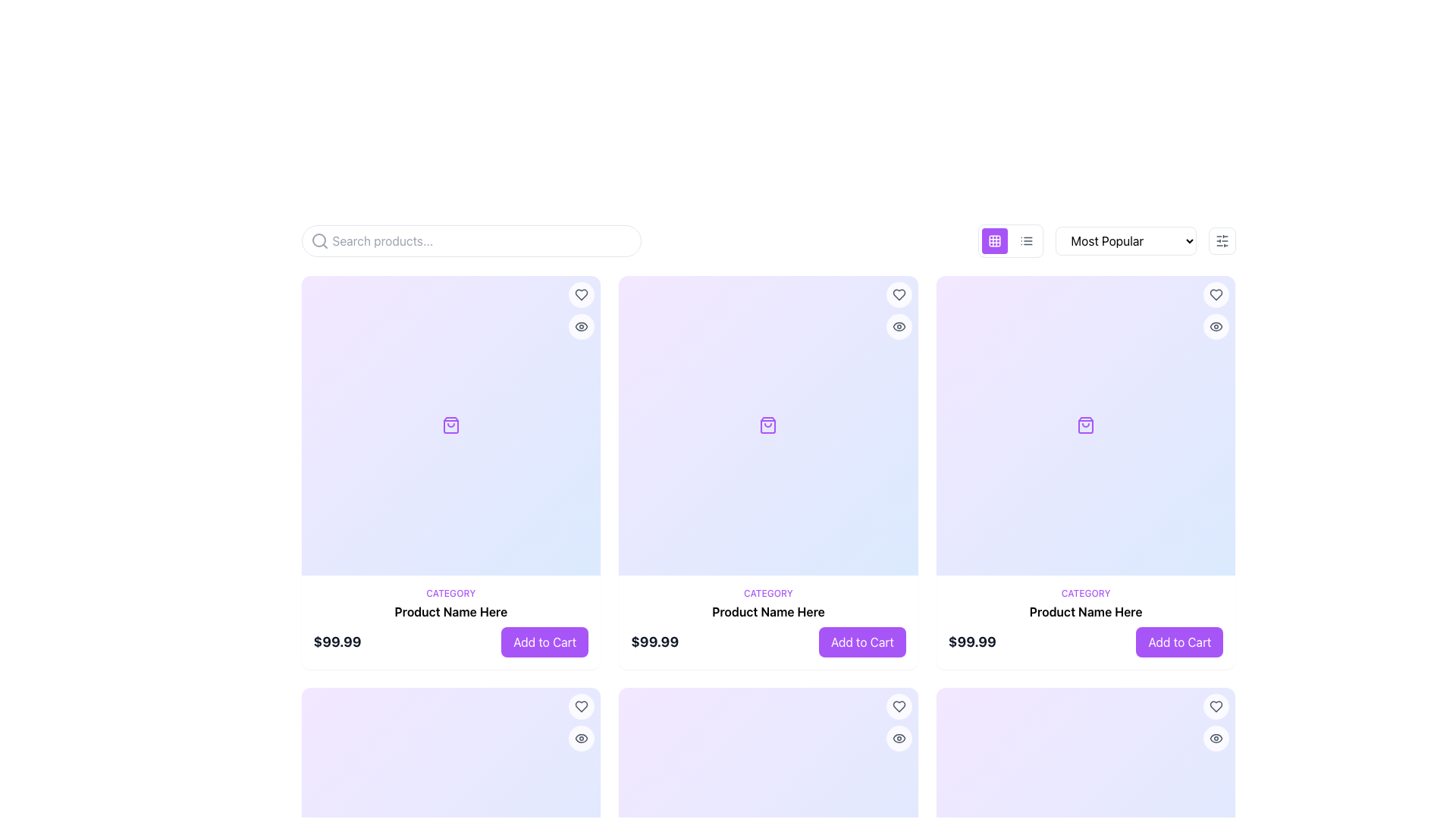 The width and height of the screenshot is (1456, 819). What do you see at coordinates (1085, 610) in the screenshot?
I see `the textual label displaying 'Product Name Here' in bold font style, which is centrally aligned within the layout section of the fourth product card` at bounding box center [1085, 610].